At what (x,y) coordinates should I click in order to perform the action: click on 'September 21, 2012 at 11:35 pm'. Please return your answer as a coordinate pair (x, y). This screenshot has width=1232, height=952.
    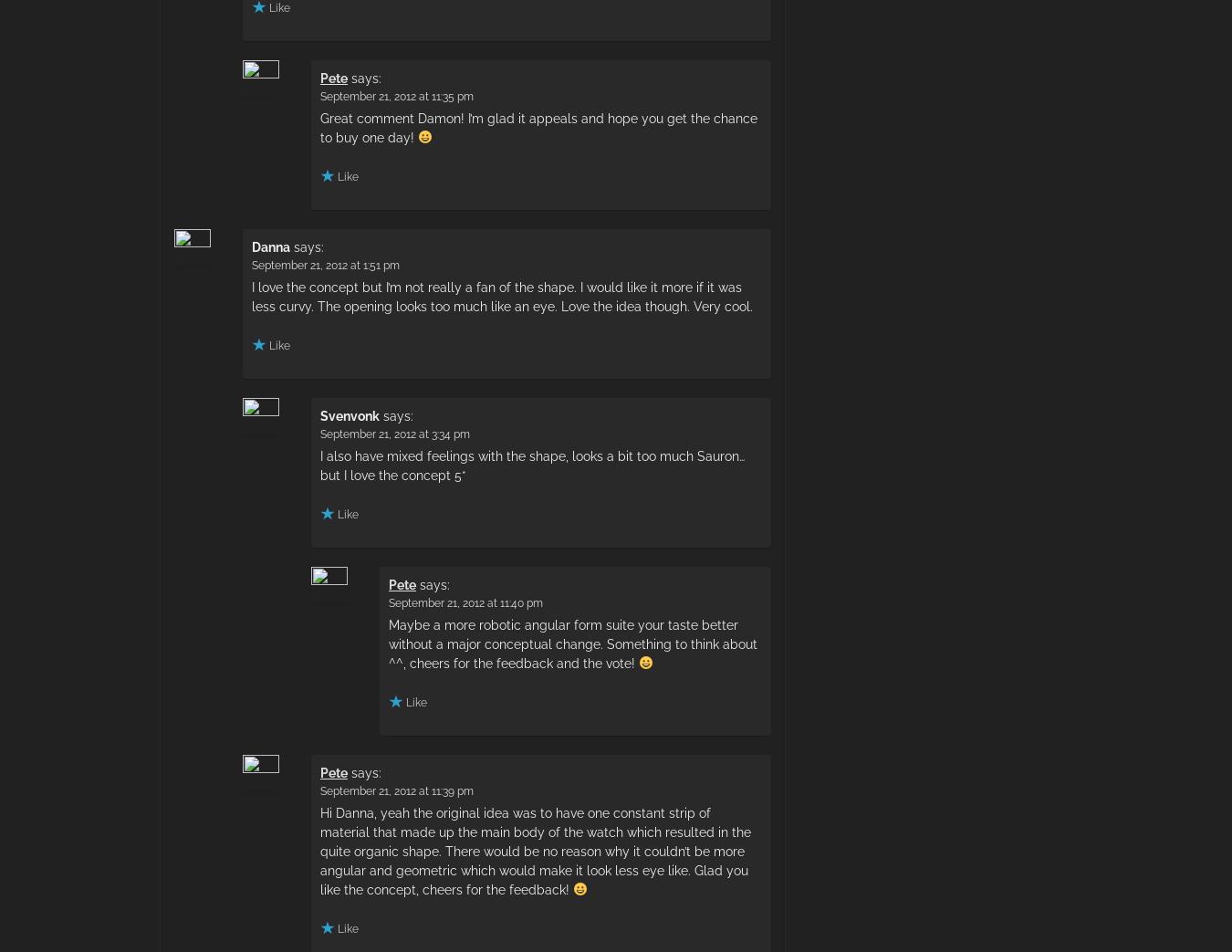
    Looking at the image, I should click on (396, 96).